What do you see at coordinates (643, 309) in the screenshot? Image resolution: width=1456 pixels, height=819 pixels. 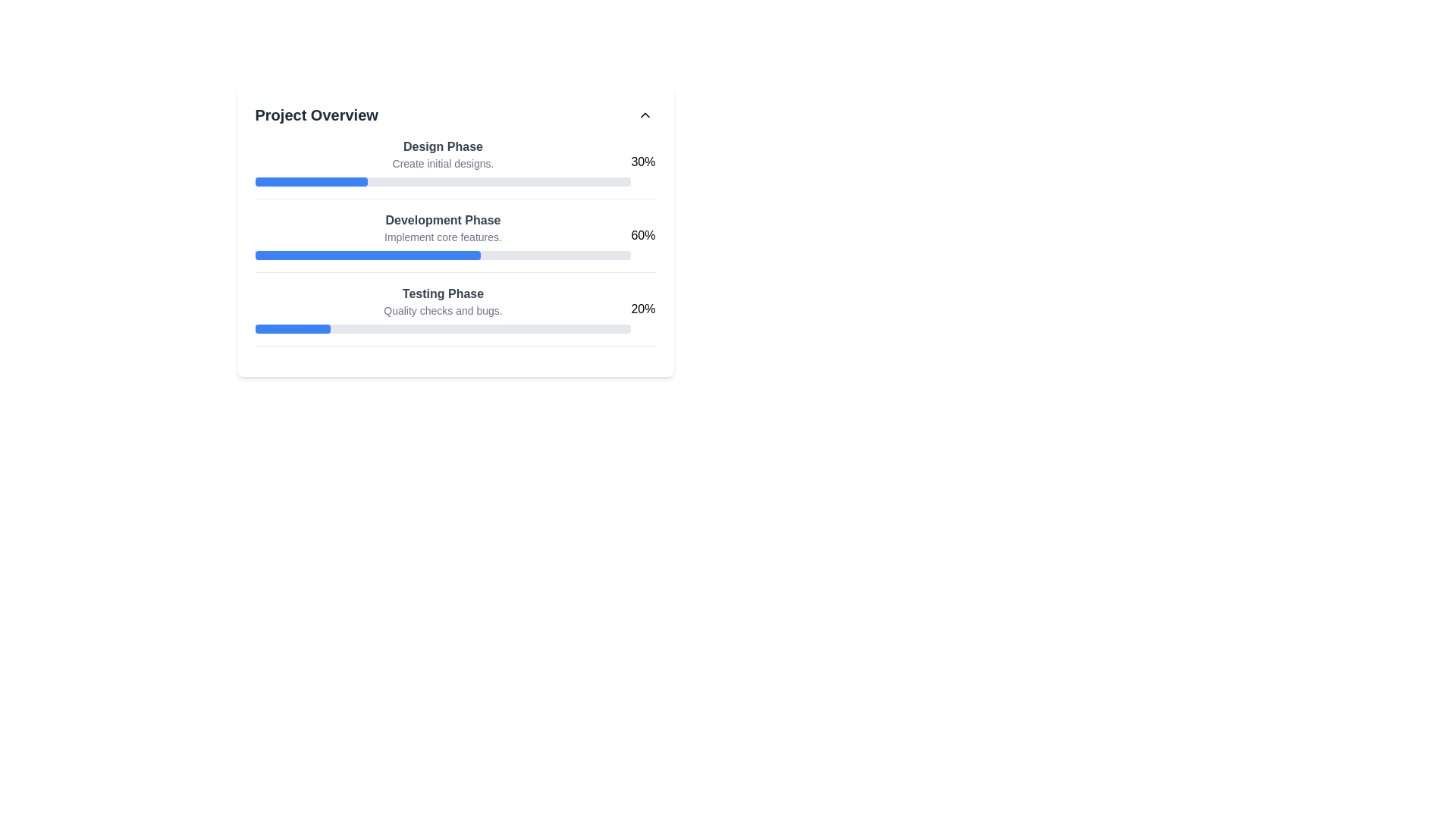 I see `the progress indicator Text Label for the 'Testing Phase' in the Project Overview interface, which is aligned to the right of 'Testing Phase' and 'Quality checks and bugs.'` at bounding box center [643, 309].